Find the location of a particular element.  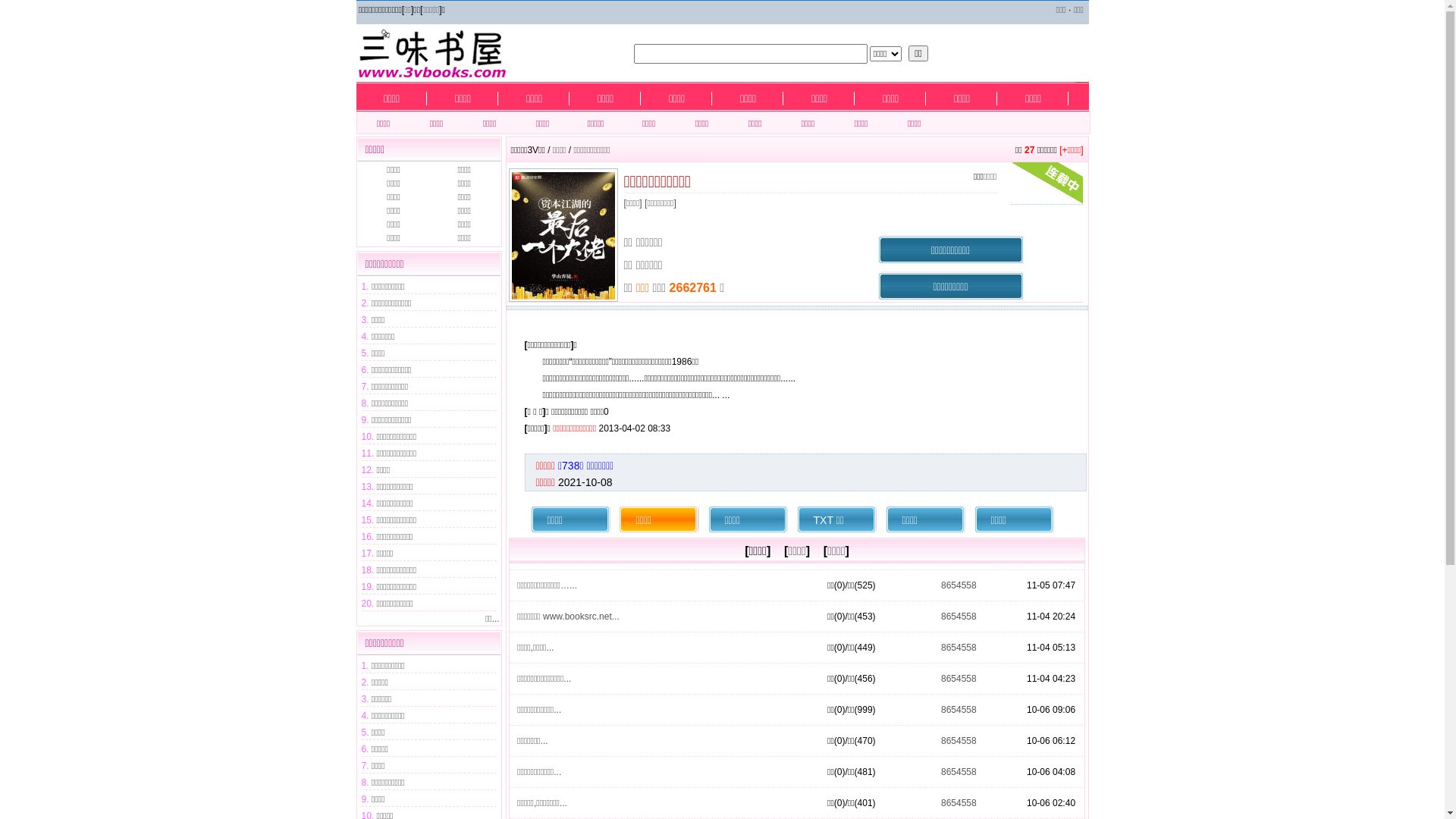

'8654558' is located at coordinates (958, 677).